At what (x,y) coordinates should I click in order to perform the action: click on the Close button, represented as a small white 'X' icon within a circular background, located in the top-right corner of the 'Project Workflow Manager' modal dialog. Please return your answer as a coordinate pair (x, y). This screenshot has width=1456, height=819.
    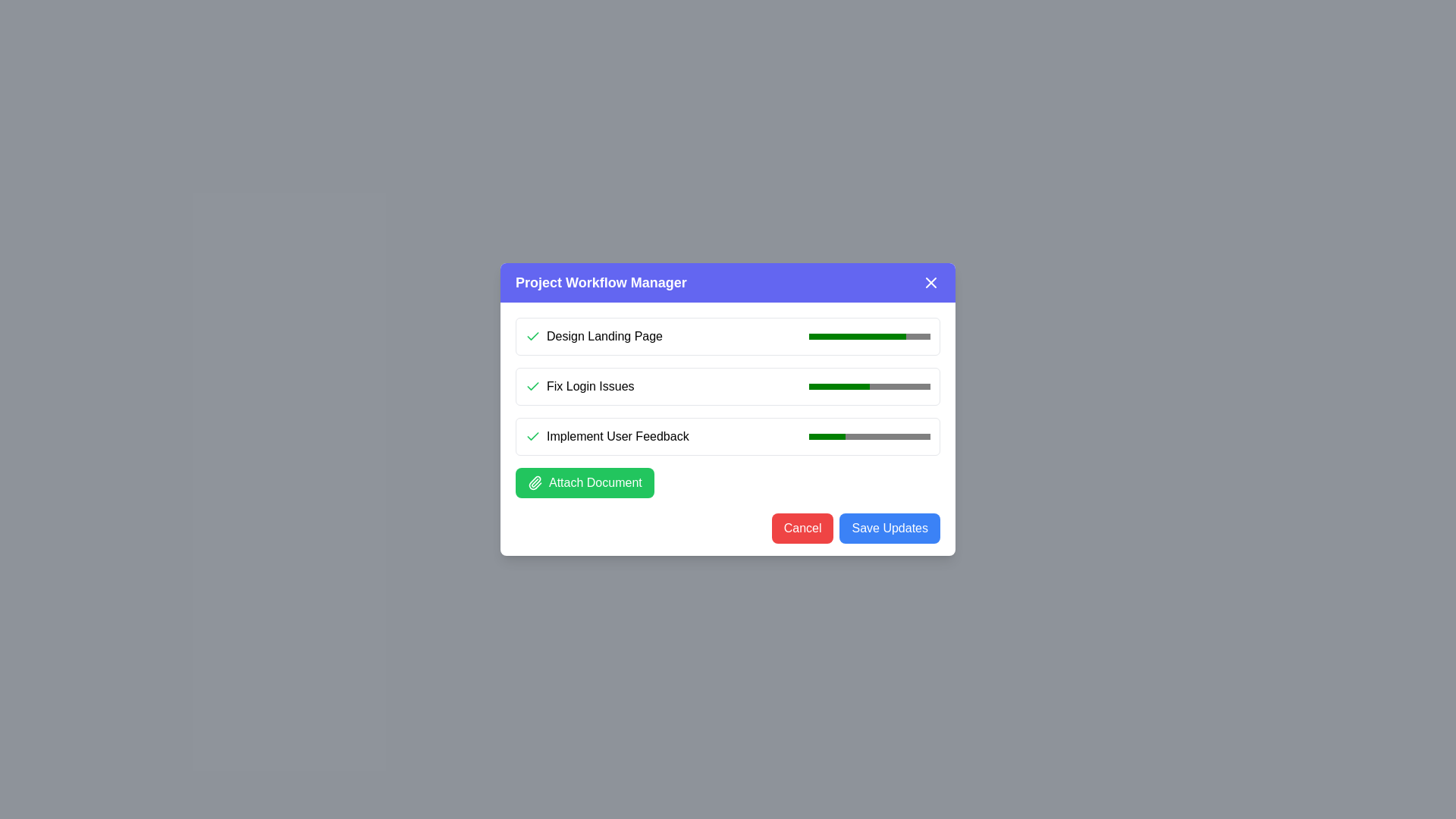
    Looking at the image, I should click on (930, 283).